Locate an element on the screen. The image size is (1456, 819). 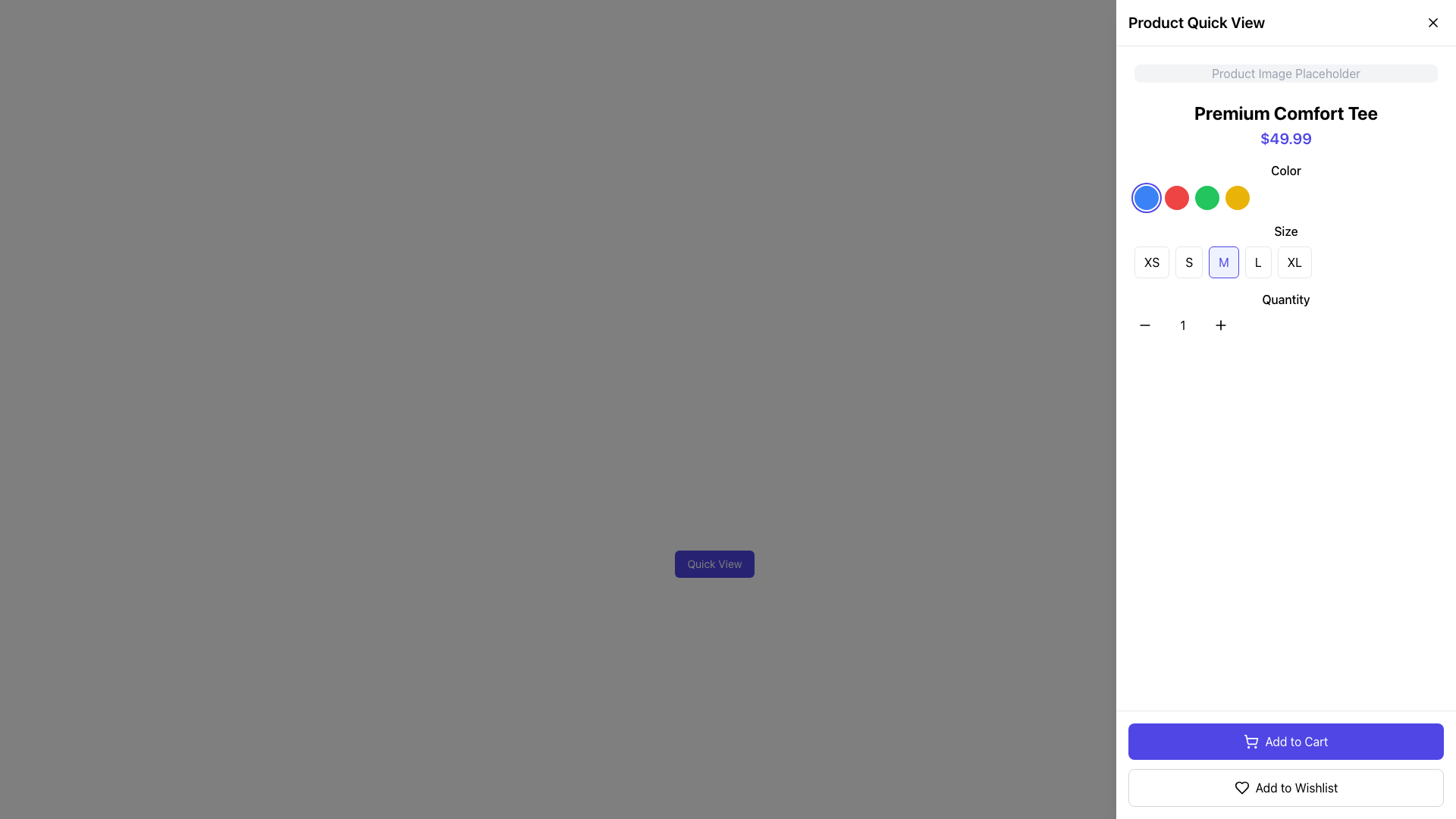
the size selection button labeled 'M', which is the third button in the row of size options within the 'Size' section of the product description layout is located at coordinates (1224, 262).